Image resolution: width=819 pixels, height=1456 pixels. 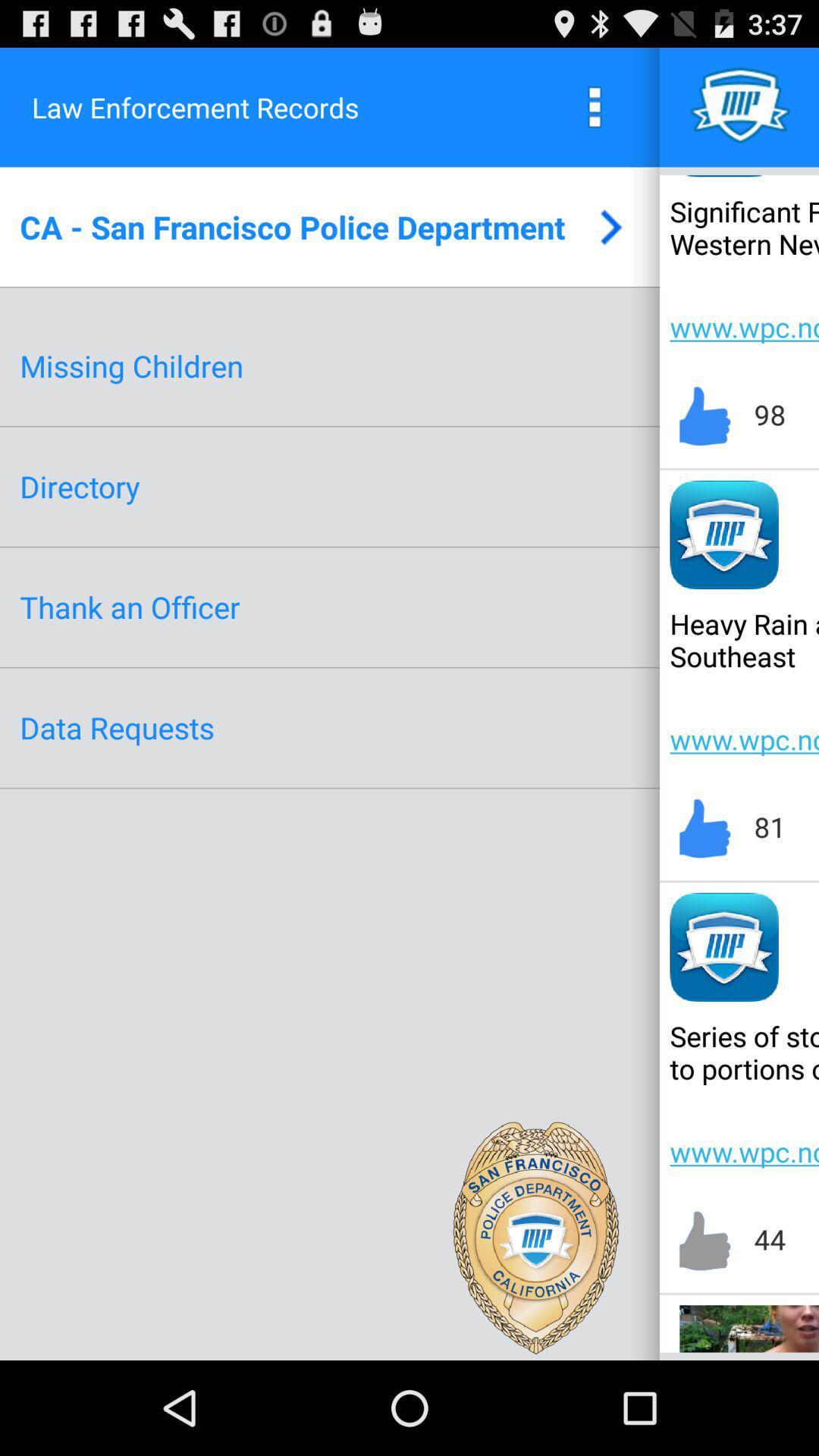 What do you see at coordinates (130, 366) in the screenshot?
I see `missing children app` at bounding box center [130, 366].